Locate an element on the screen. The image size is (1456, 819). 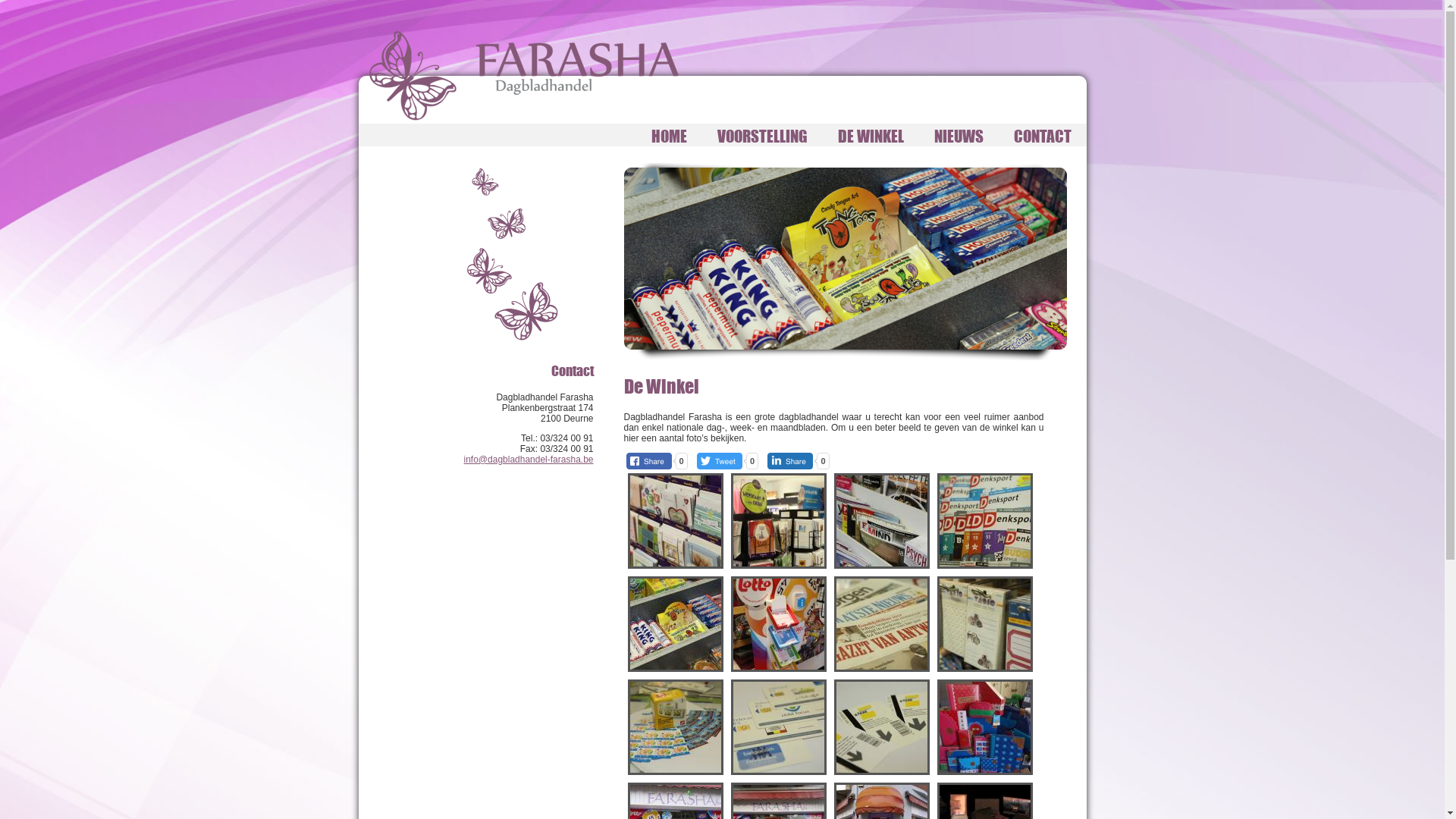
'CONTACT' is located at coordinates (1040, 134).